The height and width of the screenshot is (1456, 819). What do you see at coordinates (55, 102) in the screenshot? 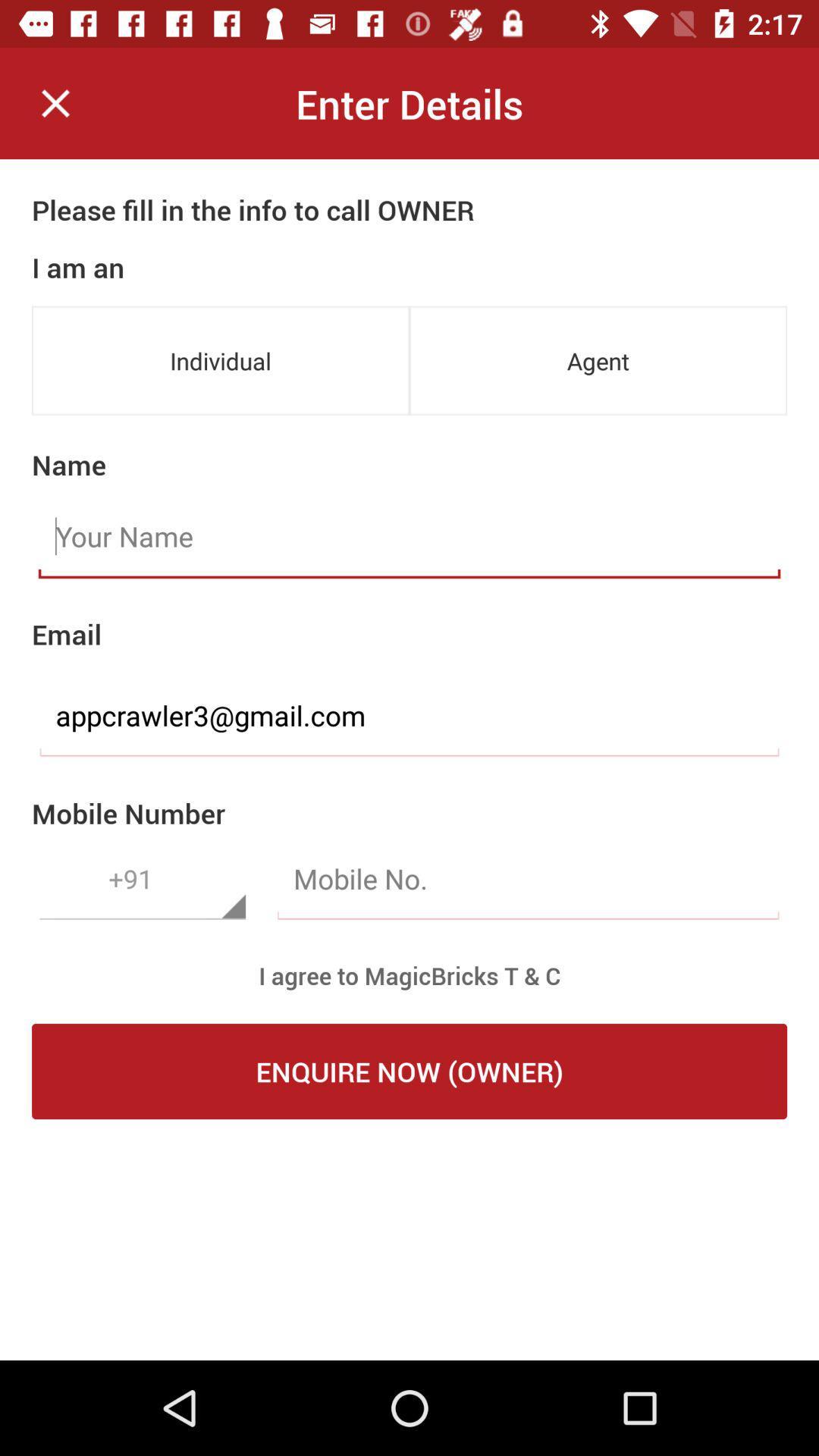
I see `icon next to the enter details item` at bounding box center [55, 102].